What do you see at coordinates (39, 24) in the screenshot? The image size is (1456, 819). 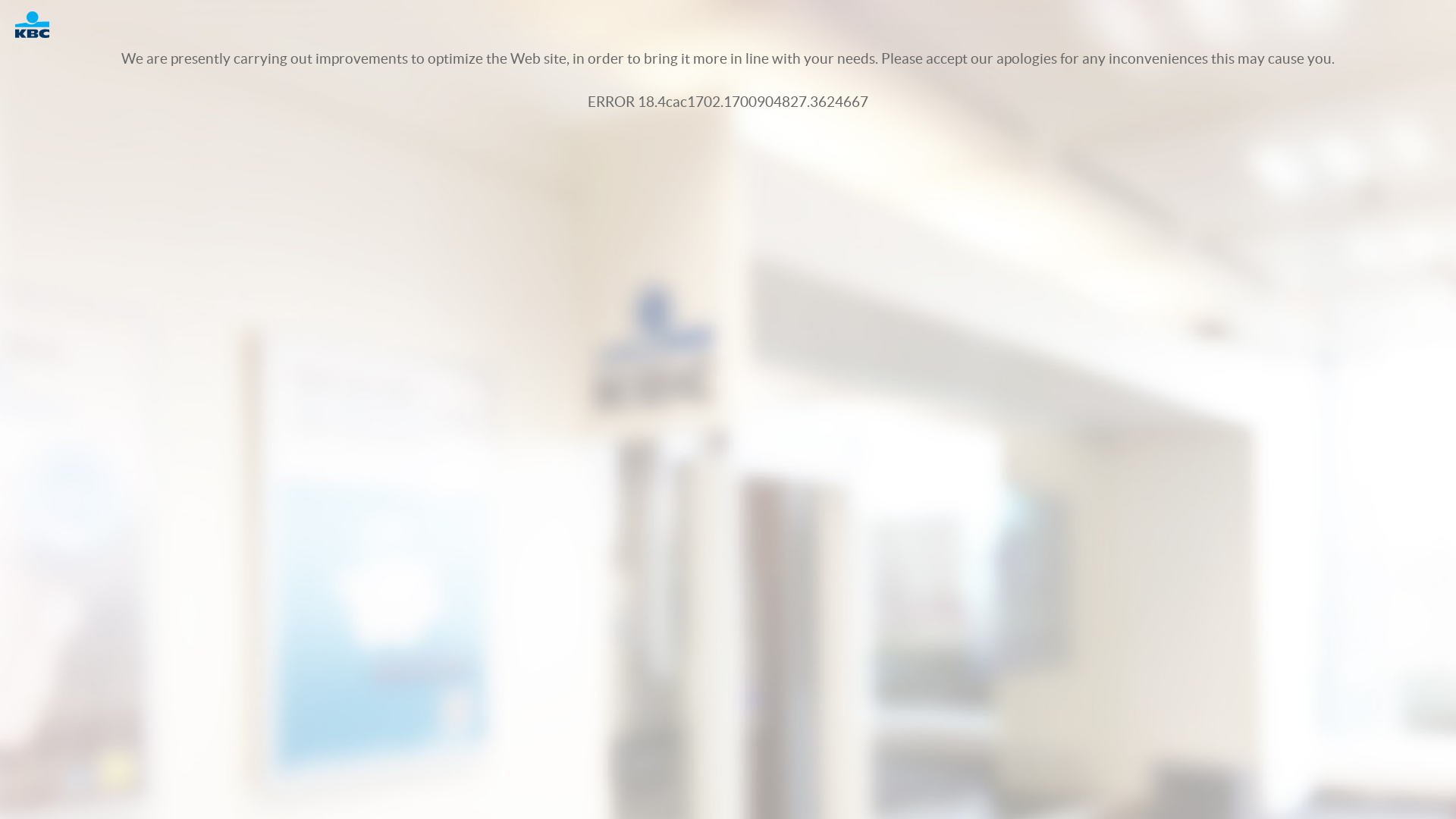 I see `'Logo'` at bounding box center [39, 24].